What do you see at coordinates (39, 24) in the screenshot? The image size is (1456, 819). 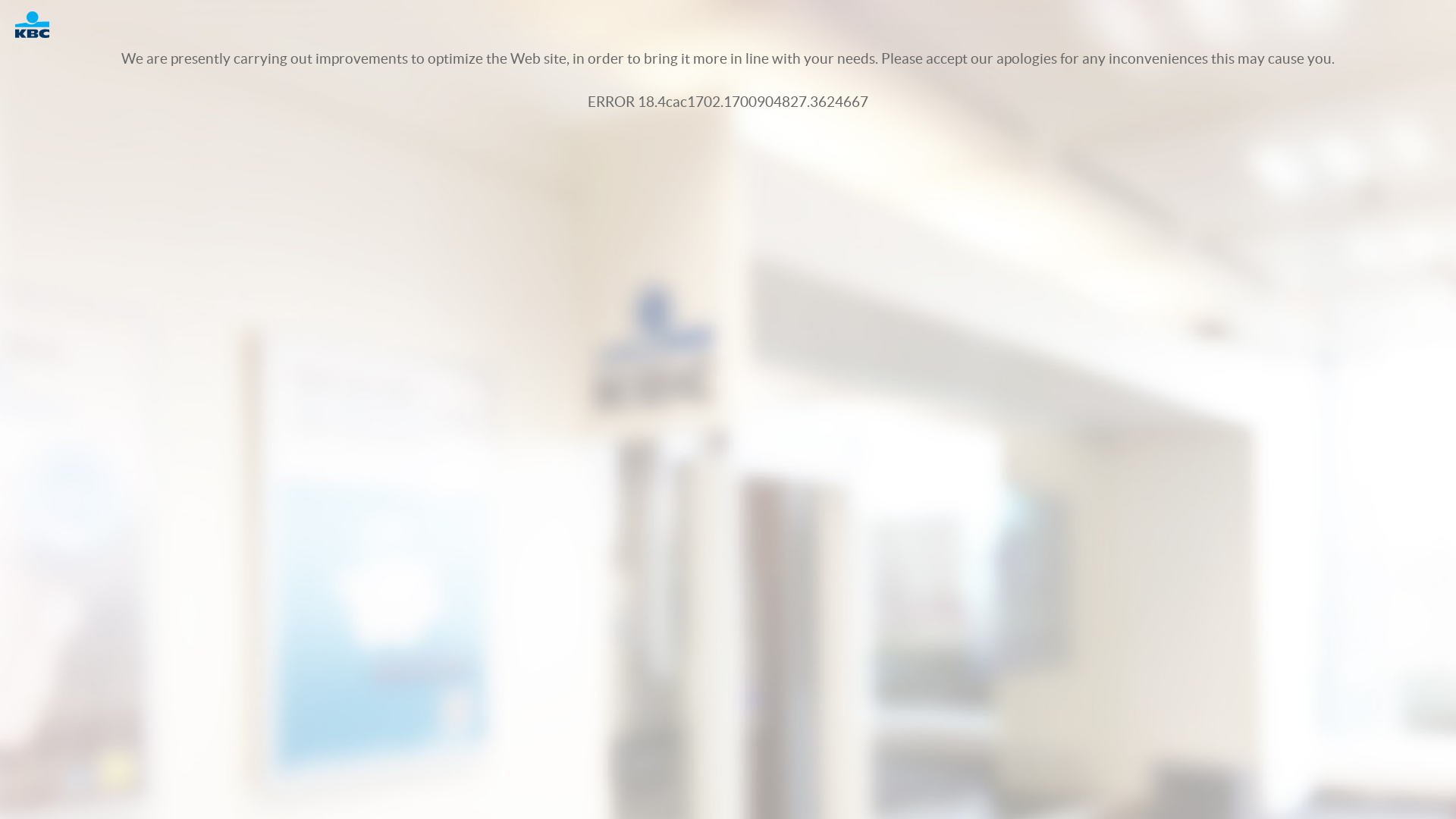 I see `'Logo'` at bounding box center [39, 24].